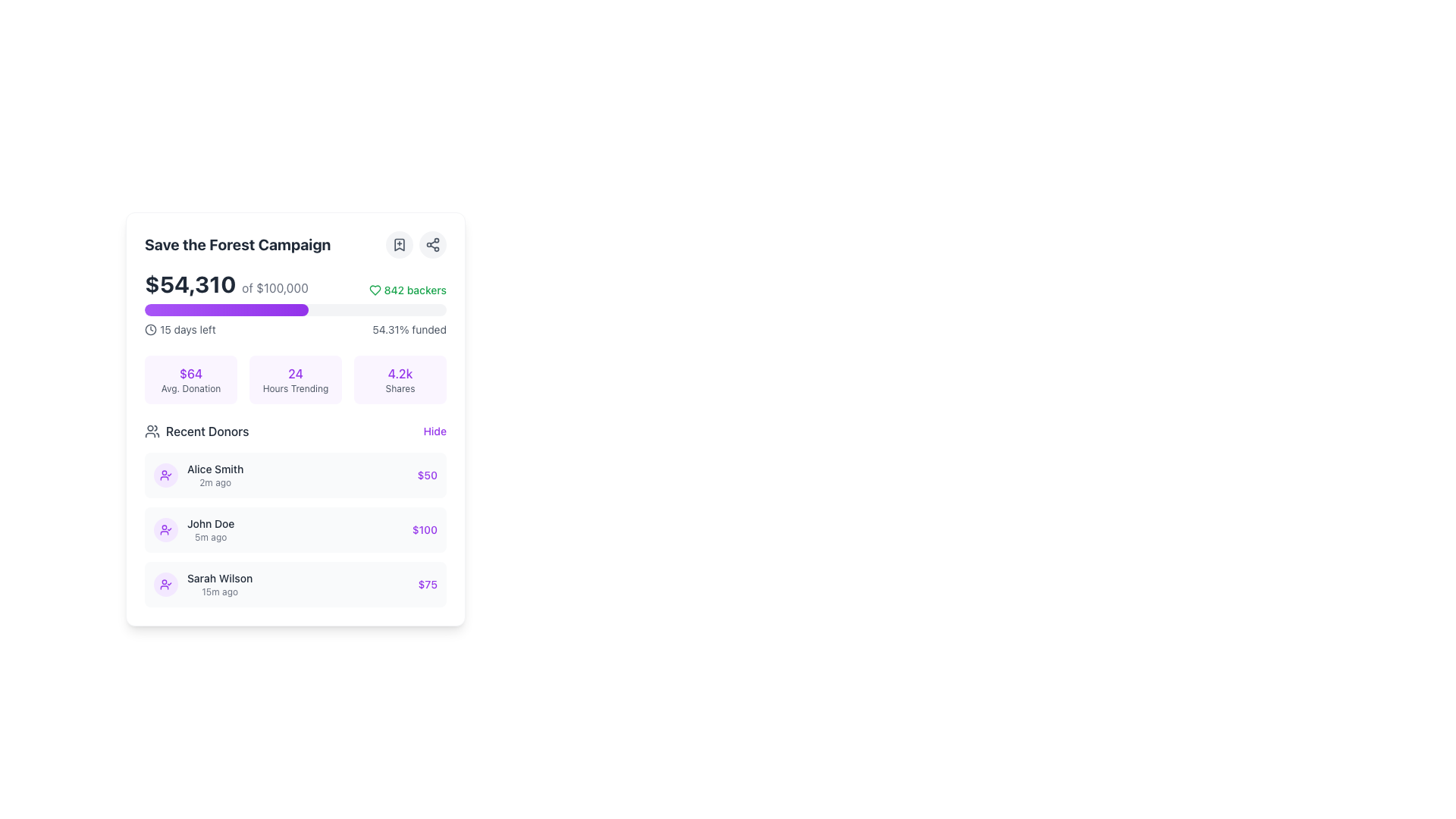 The height and width of the screenshot is (819, 1456). I want to click on the heart-shaped icon that symbolizes support or love, located to the left of the text '842 backers' in the upper-right area of the card, so click(375, 290).